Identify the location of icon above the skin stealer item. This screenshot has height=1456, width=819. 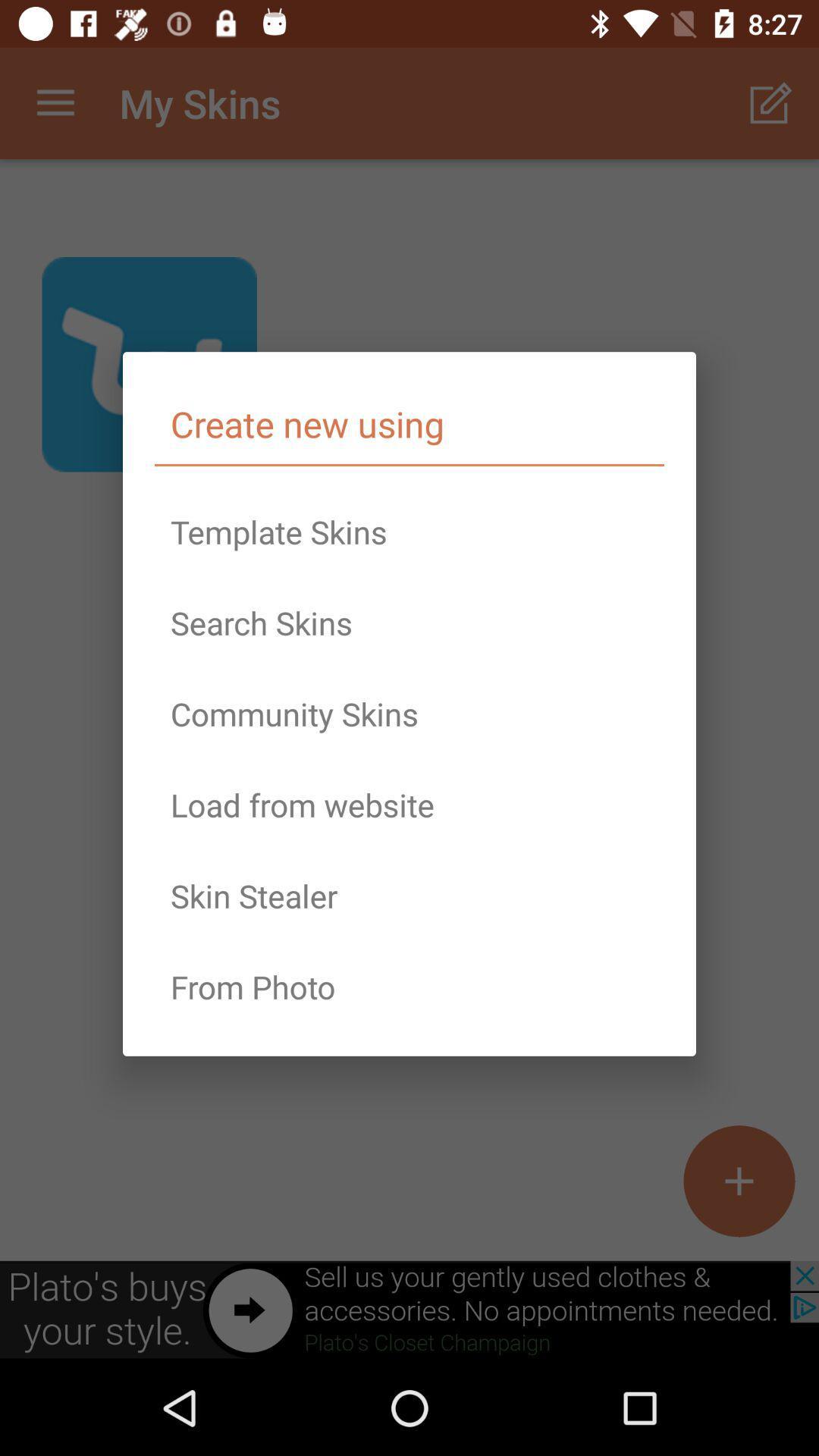
(409, 804).